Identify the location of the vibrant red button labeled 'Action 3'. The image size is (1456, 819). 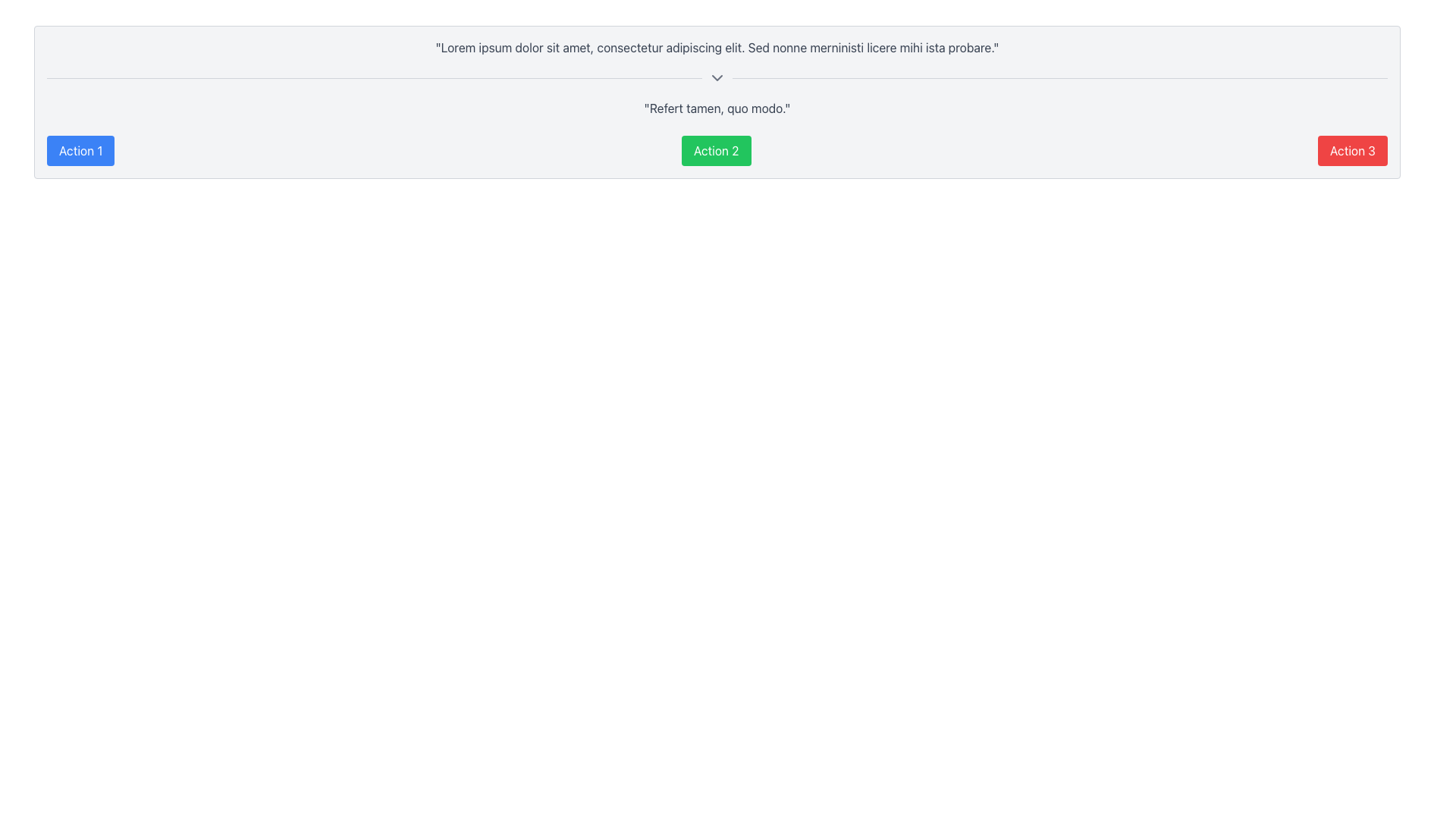
(1353, 151).